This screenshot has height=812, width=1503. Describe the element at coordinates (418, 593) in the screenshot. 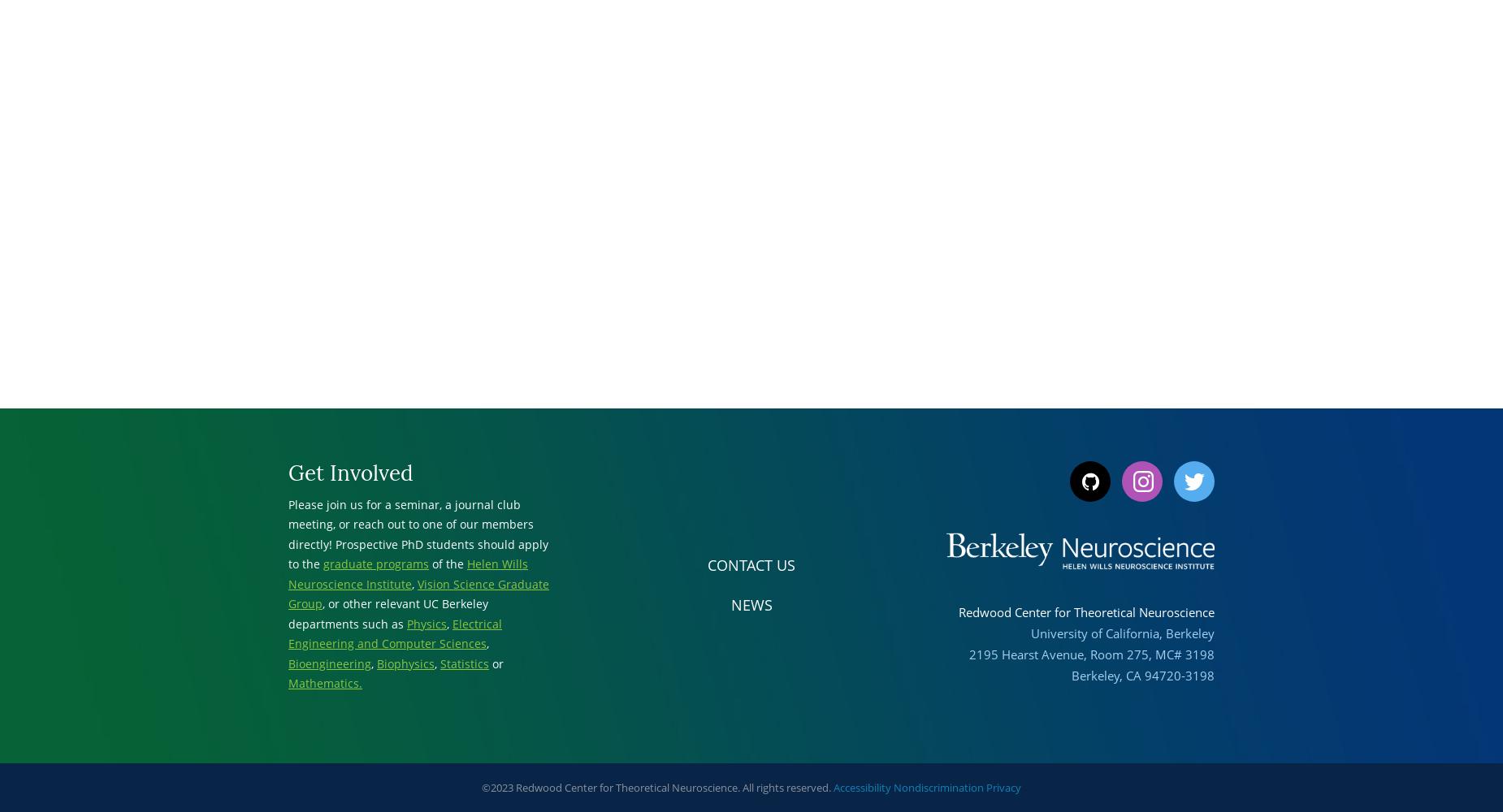

I see `'Vision Science Graduate Group'` at that location.